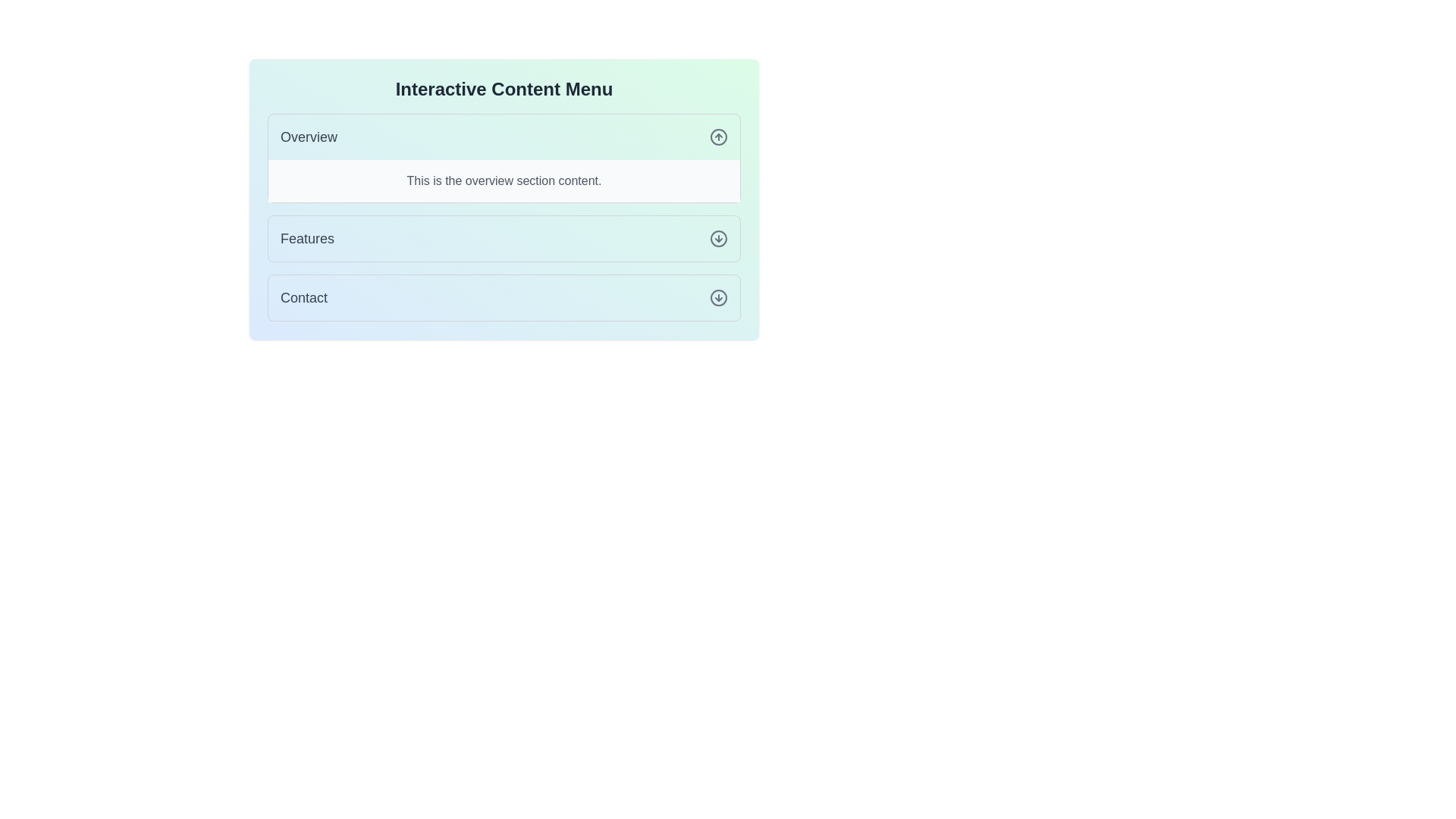  Describe the element at coordinates (308, 137) in the screenshot. I see `the static text label that indicates the current section of the application, positioned in the upper left area of the interface` at that location.